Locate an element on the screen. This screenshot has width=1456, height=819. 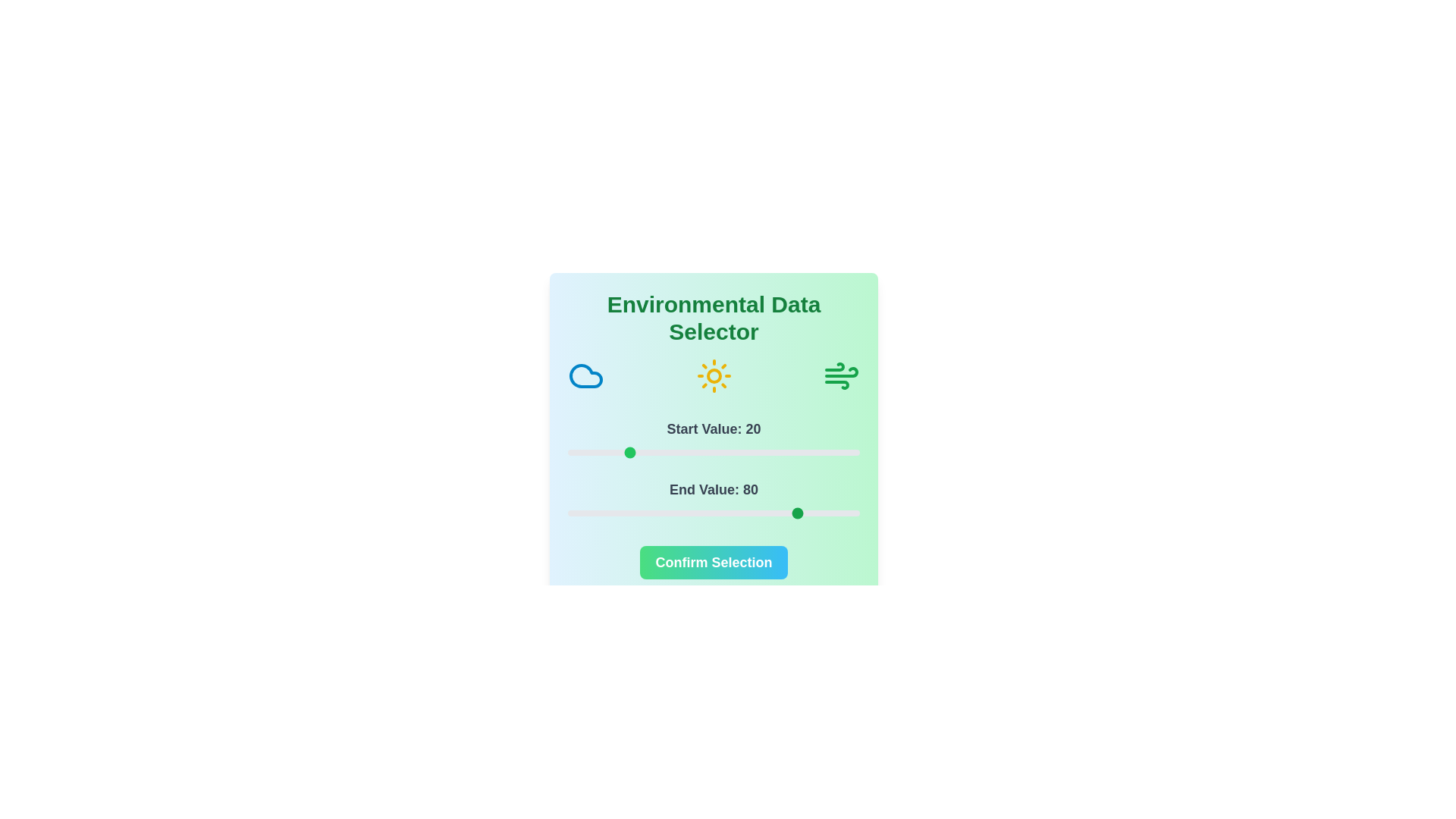
the Range slider labeled 'End Value: 80' is located at coordinates (713, 500).